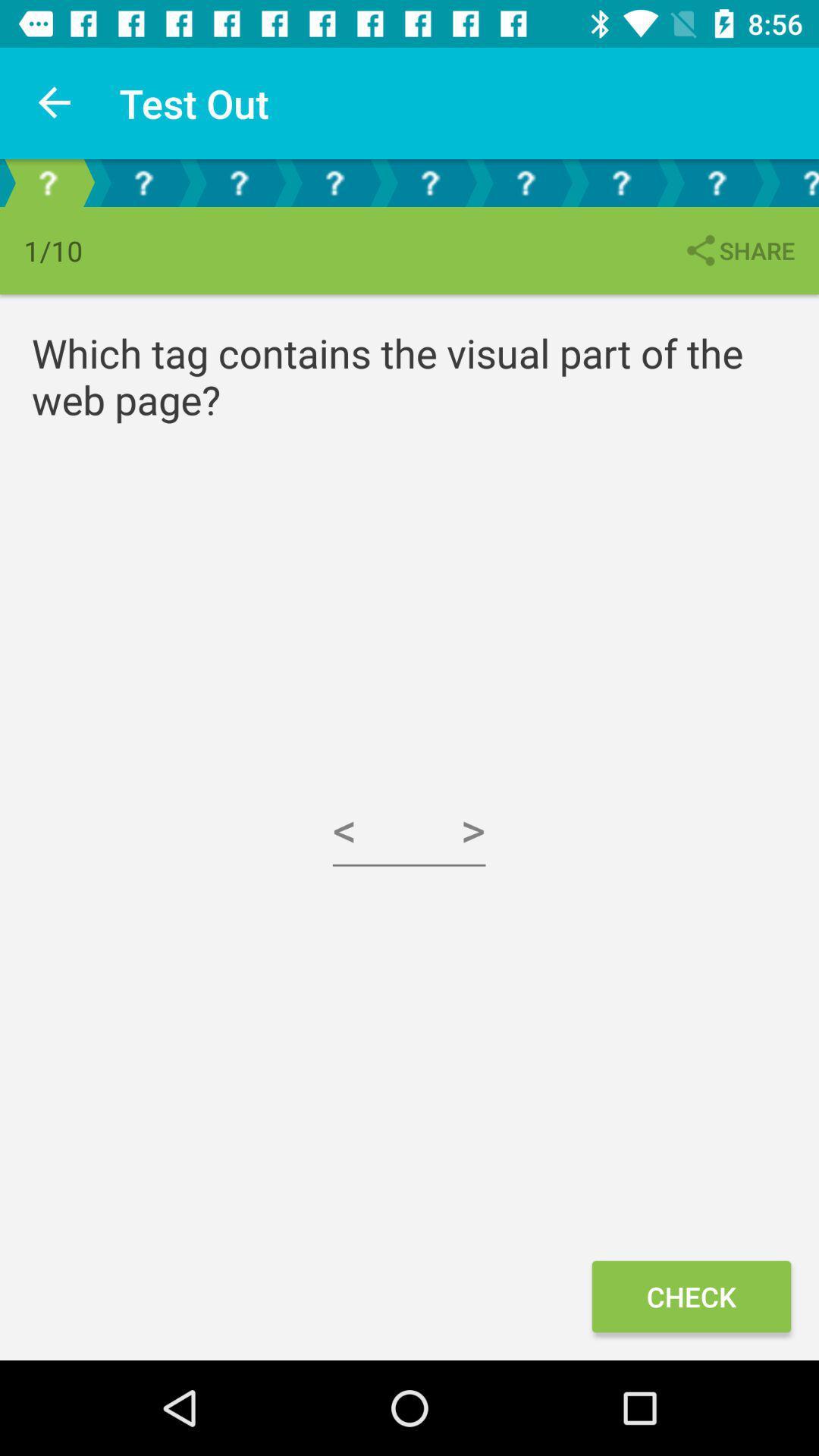 Image resolution: width=819 pixels, height=1456 pixels. I want to click on second question icon, so click(143, 182).